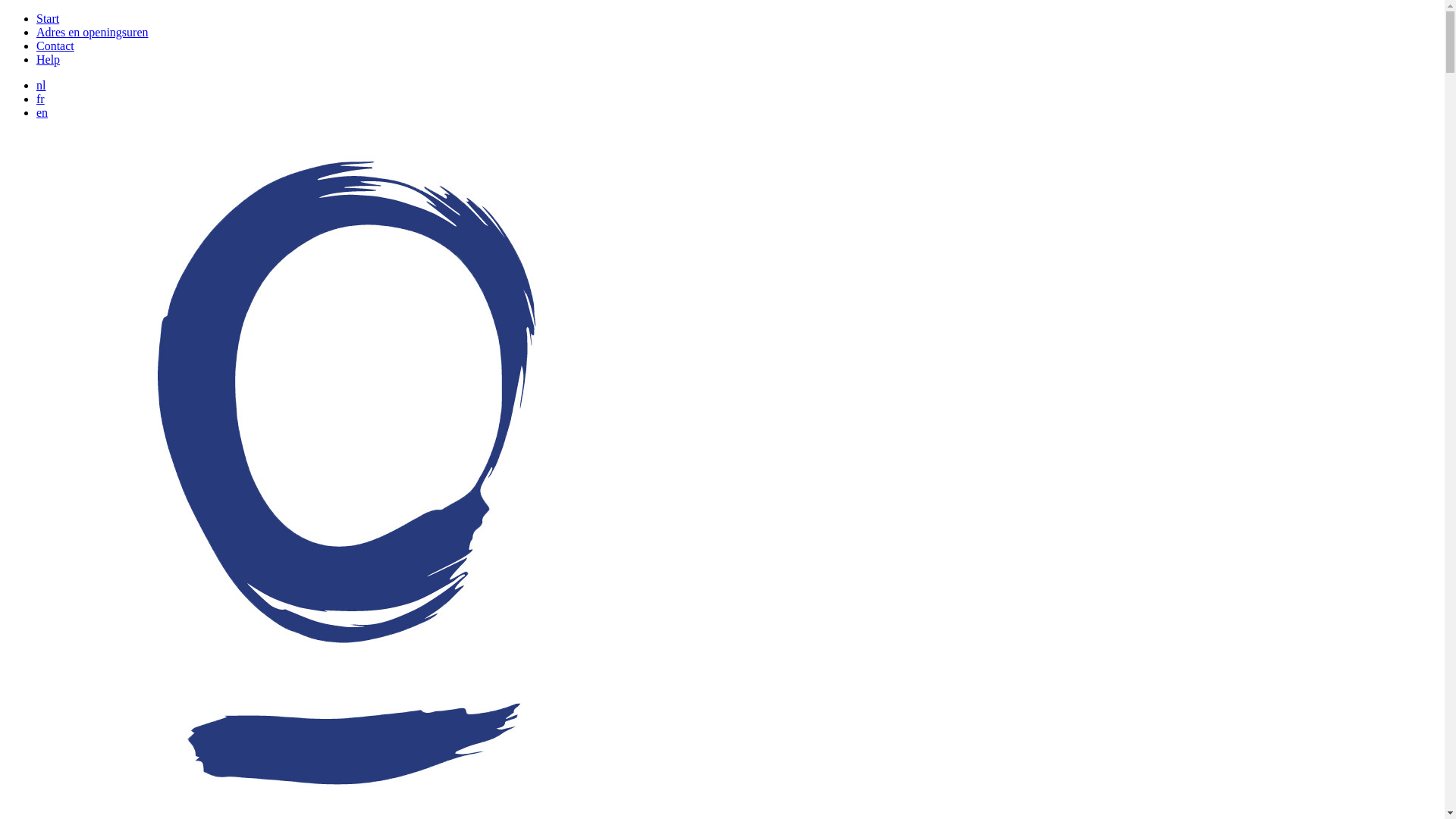  What do you see at coordinates (346, 809) in the screenshot?
I see `'Home'` at bounding box center [346, 809].